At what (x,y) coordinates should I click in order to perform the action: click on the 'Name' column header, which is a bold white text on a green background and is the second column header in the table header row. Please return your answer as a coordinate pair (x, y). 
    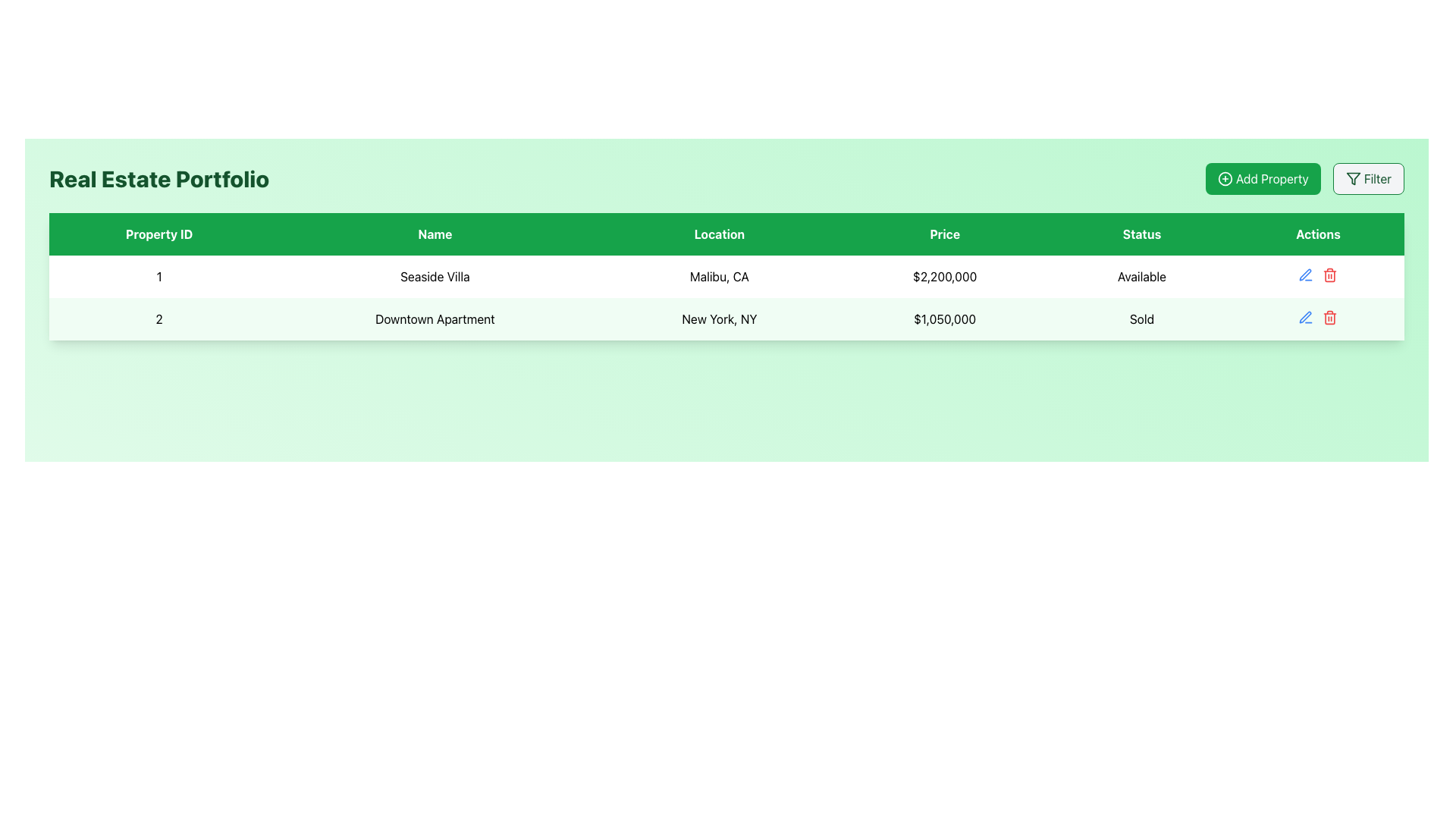
    Looking at the image, I should click on (434, 234).